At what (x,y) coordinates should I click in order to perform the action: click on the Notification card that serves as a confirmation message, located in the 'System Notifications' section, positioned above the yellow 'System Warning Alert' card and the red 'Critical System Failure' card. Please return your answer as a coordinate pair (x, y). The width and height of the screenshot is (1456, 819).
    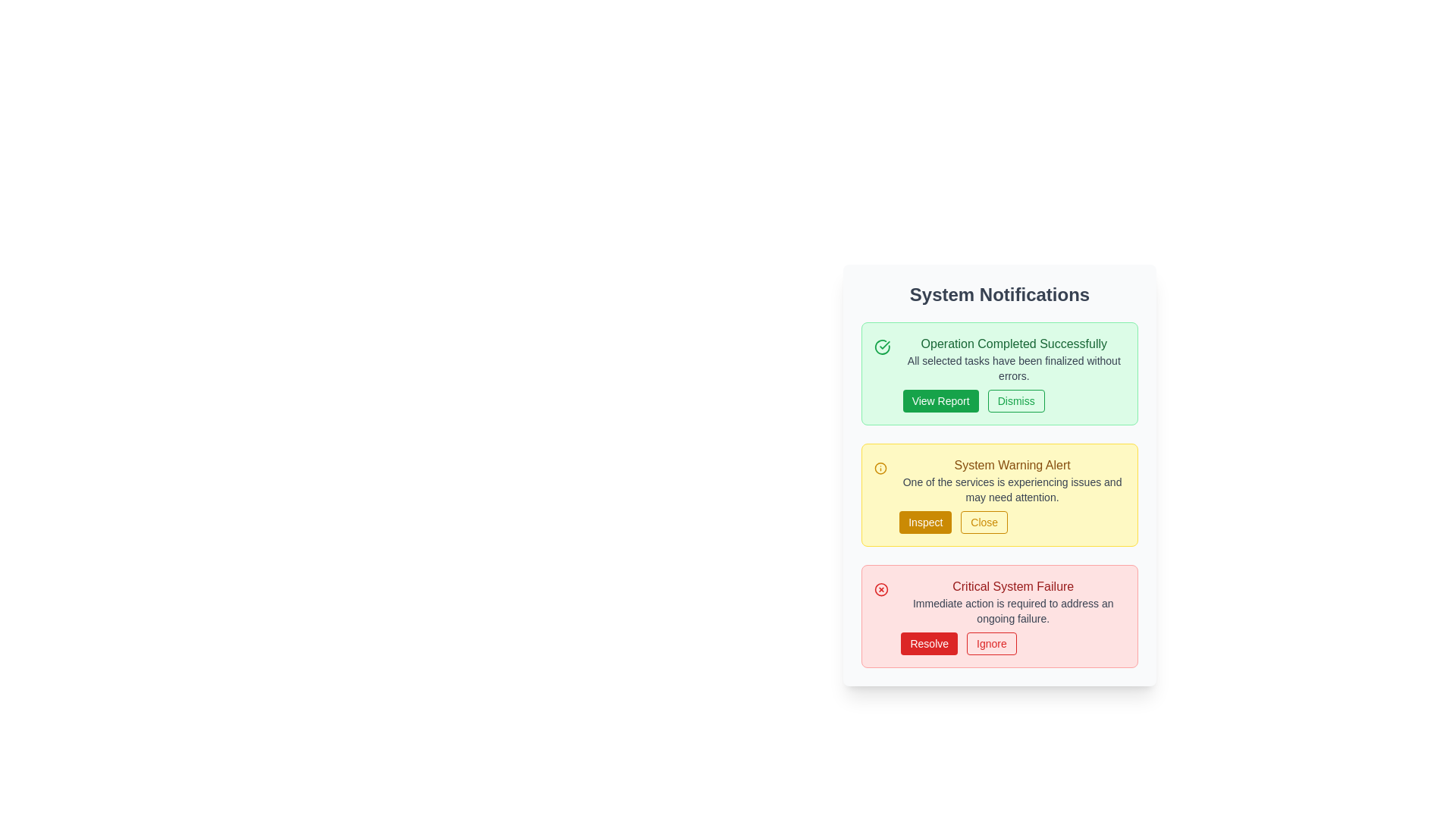
    Looking at the image, I should click on (999, 374).